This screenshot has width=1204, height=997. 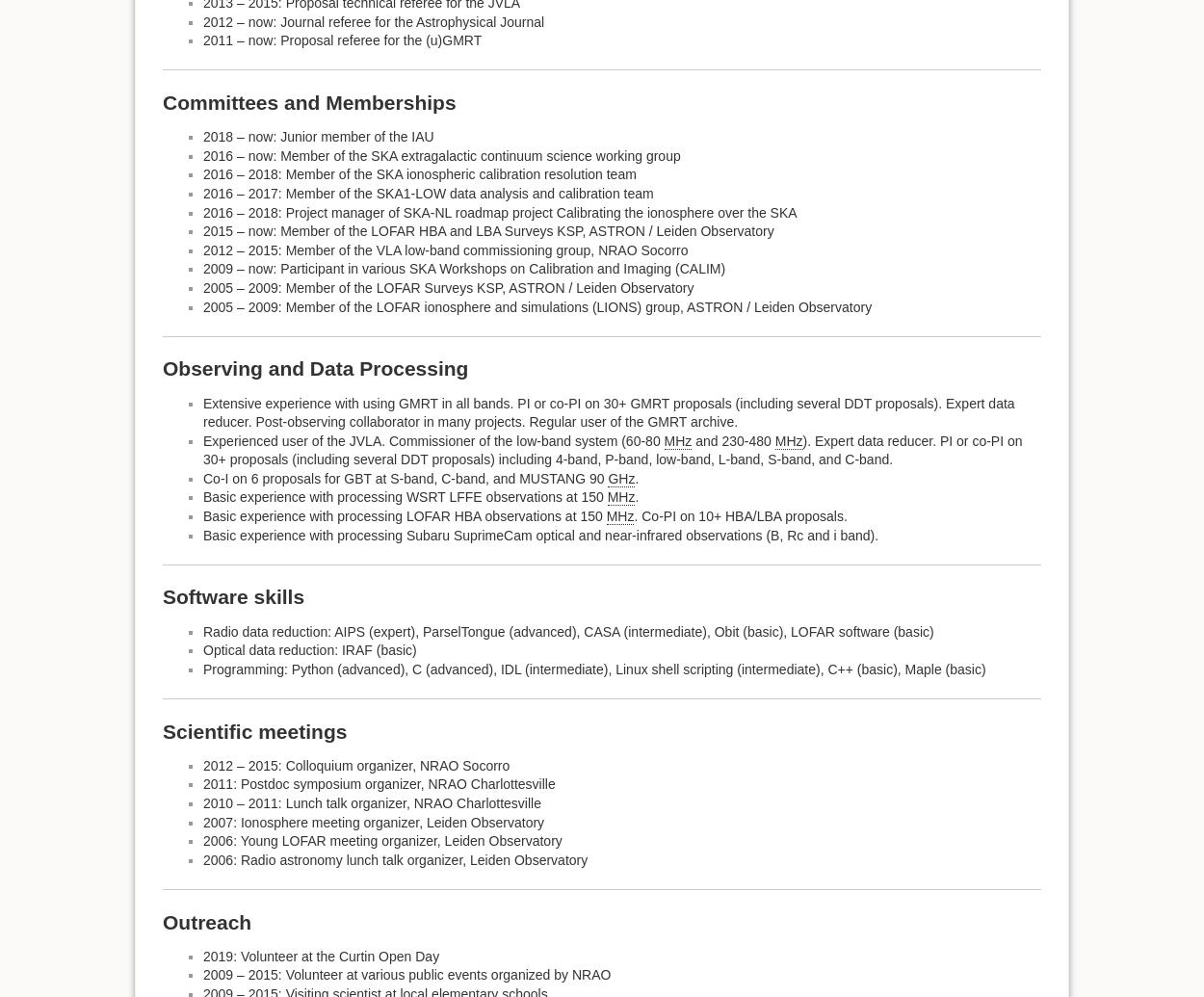 I want to click on '). Expert data reducer. PI or co-PI on 30+ proposals (including several DDT proposals) including 4-band, P-band, low-band, L-band, S-band, and C-band.', so click(x=613, y=449).